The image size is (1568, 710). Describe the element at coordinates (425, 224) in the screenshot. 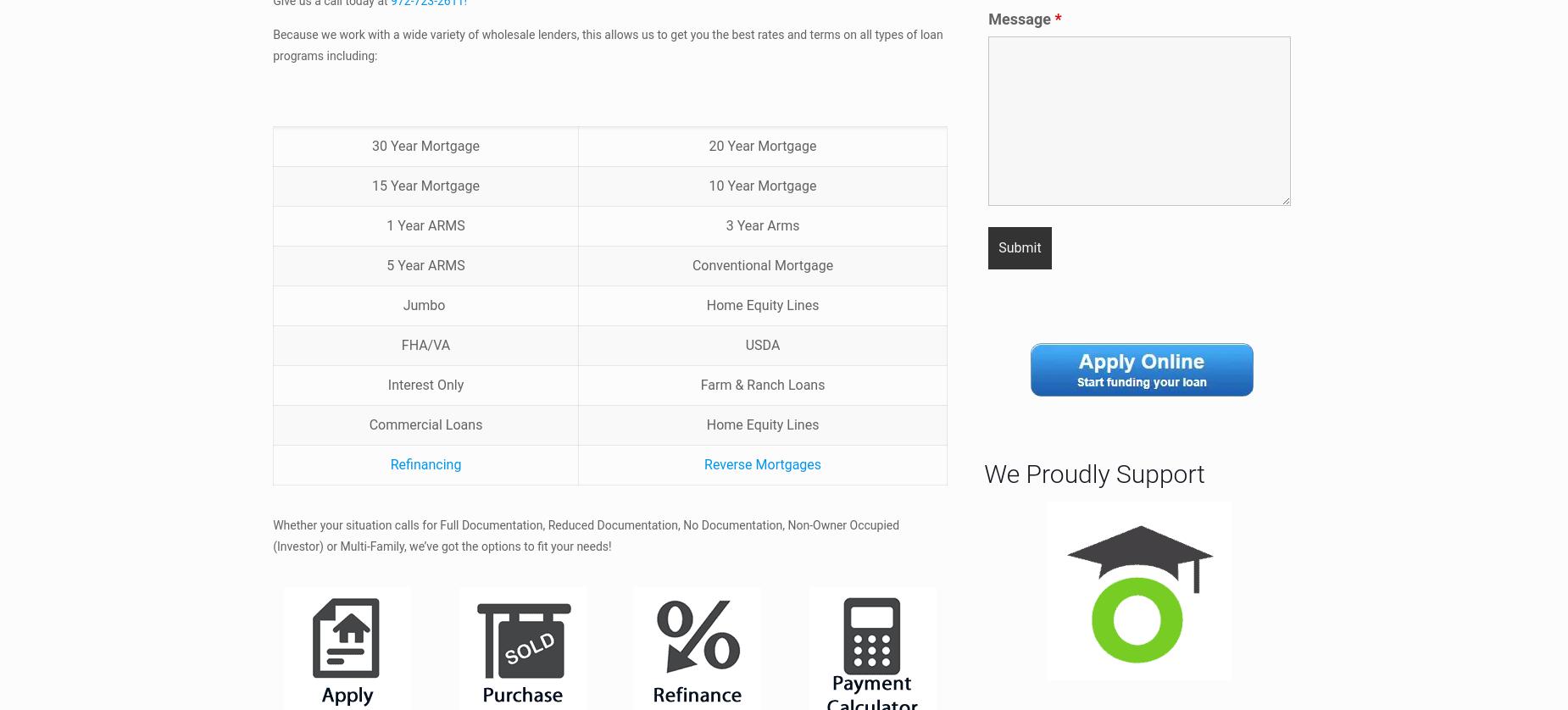

I see `'1 Year ARMS'` at that location.